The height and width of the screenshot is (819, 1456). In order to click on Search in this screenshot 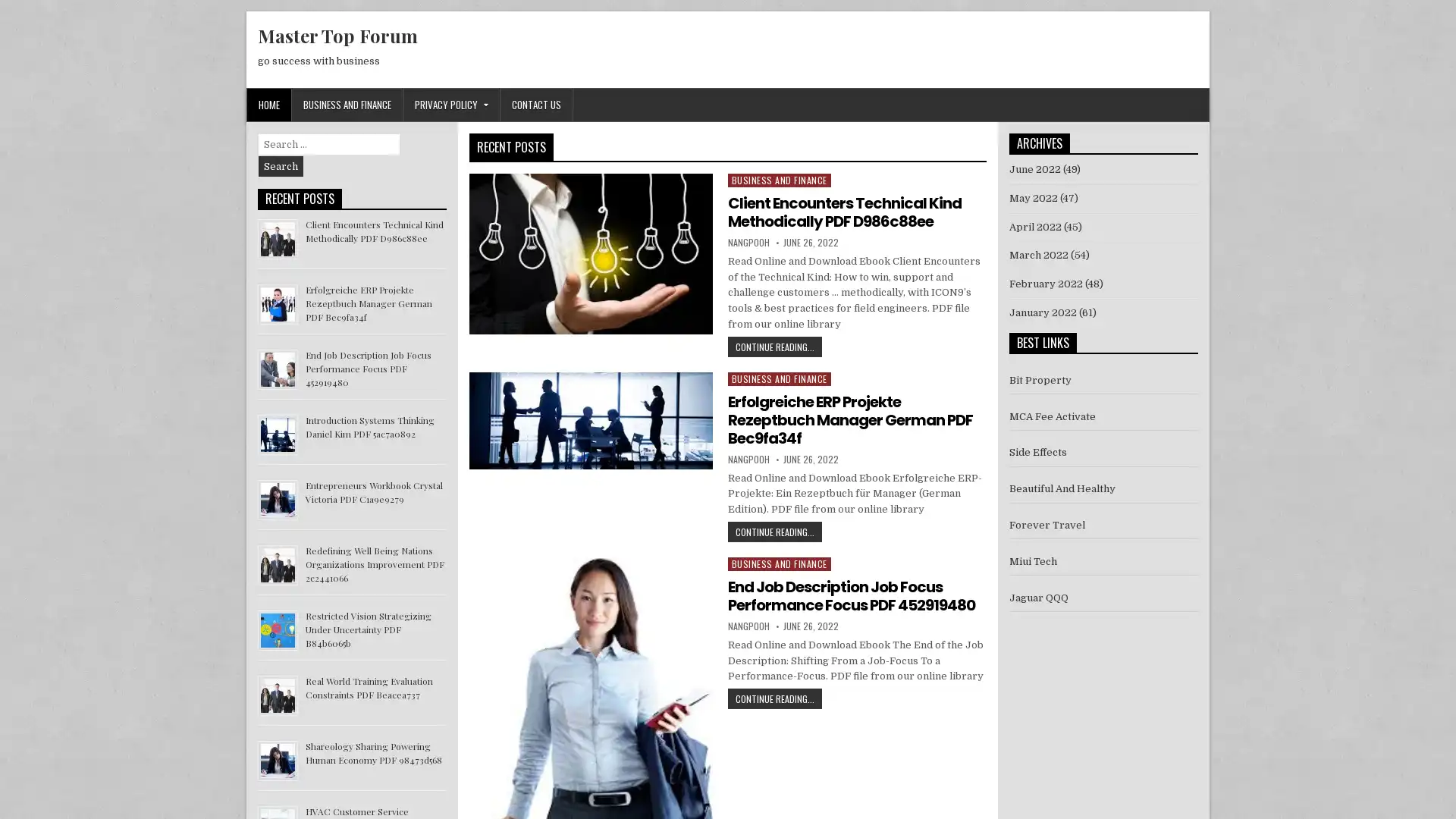, I will do `click(281, 166)`.